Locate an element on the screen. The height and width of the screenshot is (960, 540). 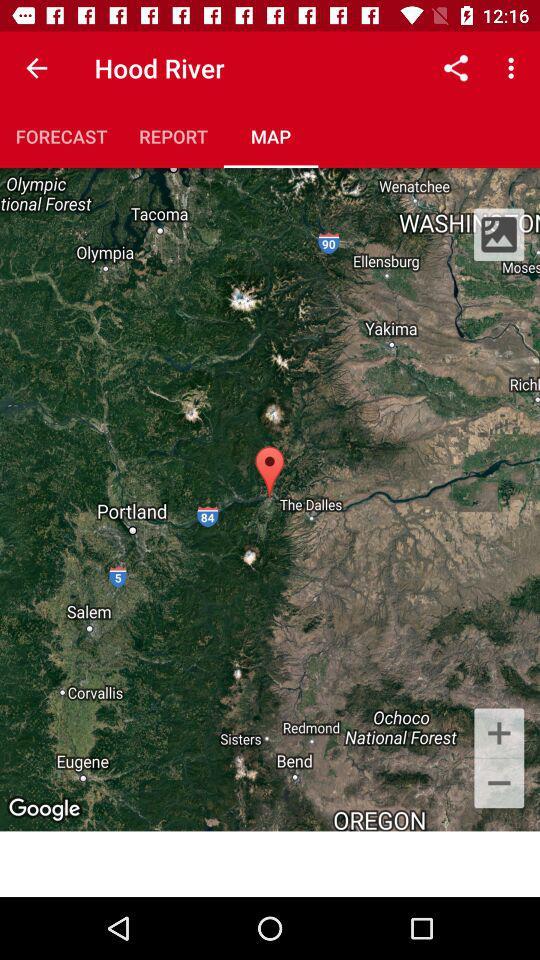
the add icon is located at coordinates (498, 731).